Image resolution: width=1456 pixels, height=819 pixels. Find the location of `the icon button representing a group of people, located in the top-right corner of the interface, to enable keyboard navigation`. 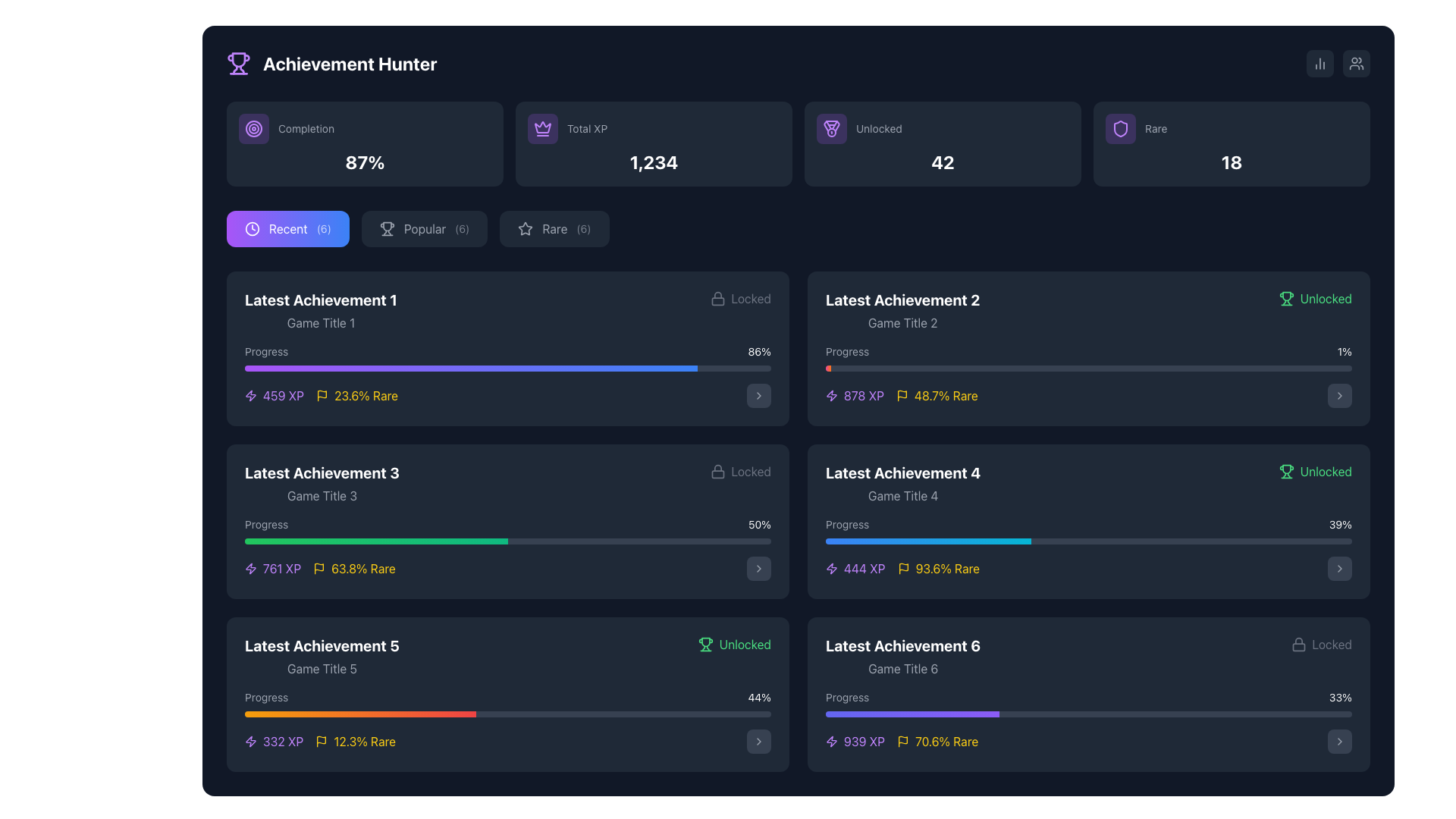

the icon button representing a group of people, located in the top-right corner of the interface, to enable keyboard navigation is located at coordinates (1357, 63).